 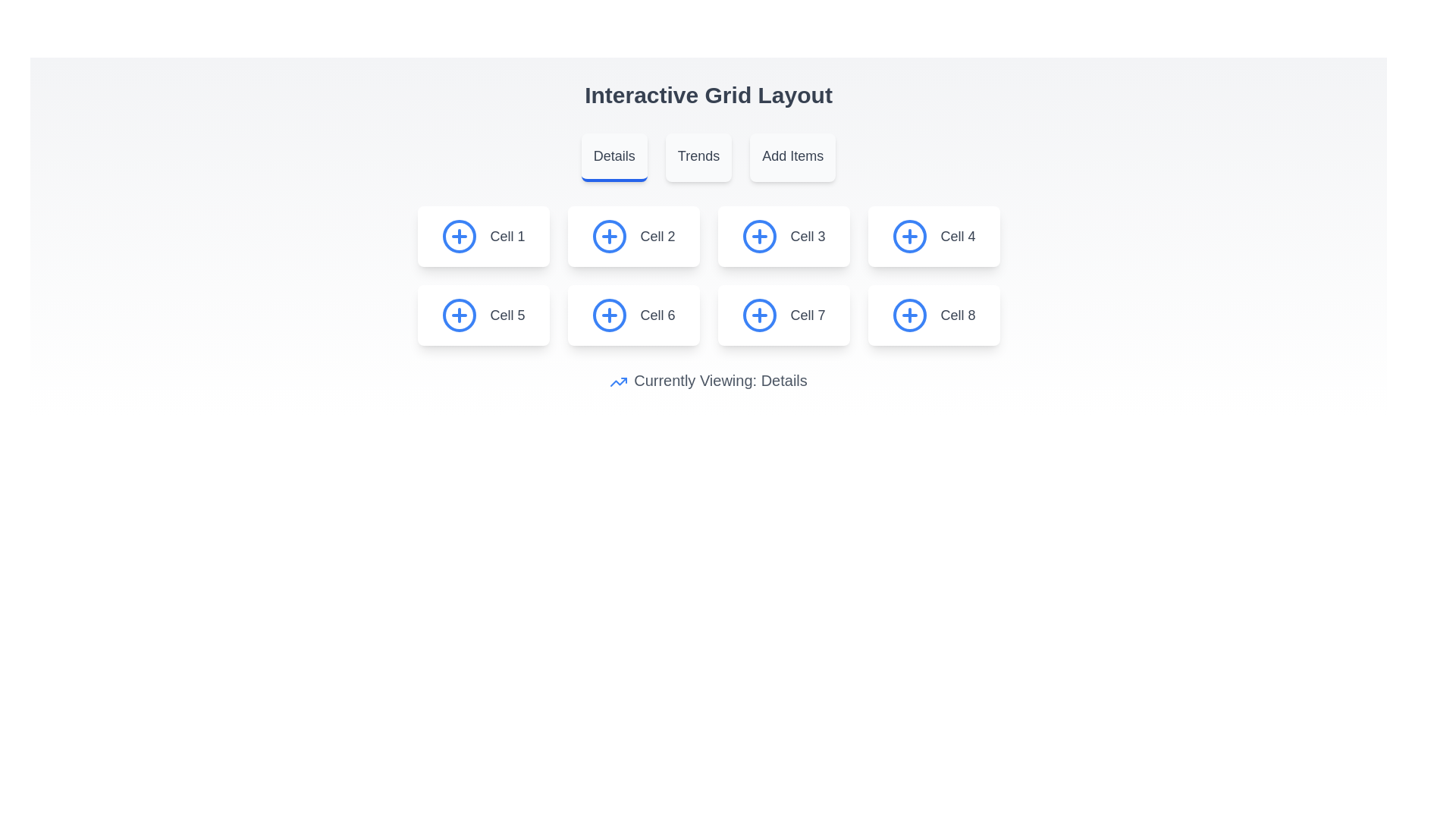 I want to click on the circular plus icon with a blue border and blue plus sign located in Cell 2, so click(x=610, y=237).